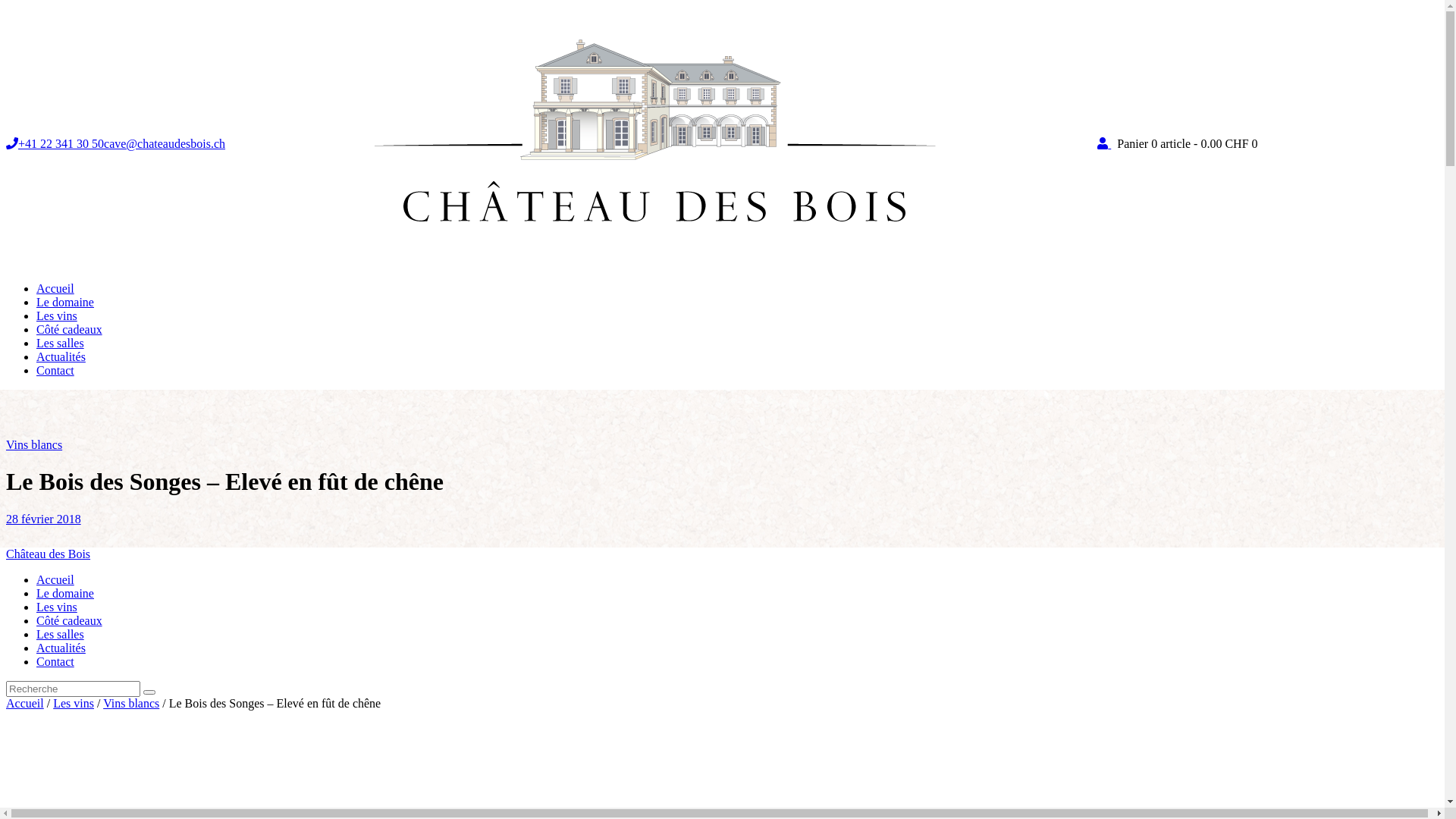 This screenshot has height=819, width=1456. What do you see at coordinates (115, 143) in the screenshot?
I see `'+41 22 341 30 50cave@chateaudesbois.ch'` at bounding box center [115, 143].